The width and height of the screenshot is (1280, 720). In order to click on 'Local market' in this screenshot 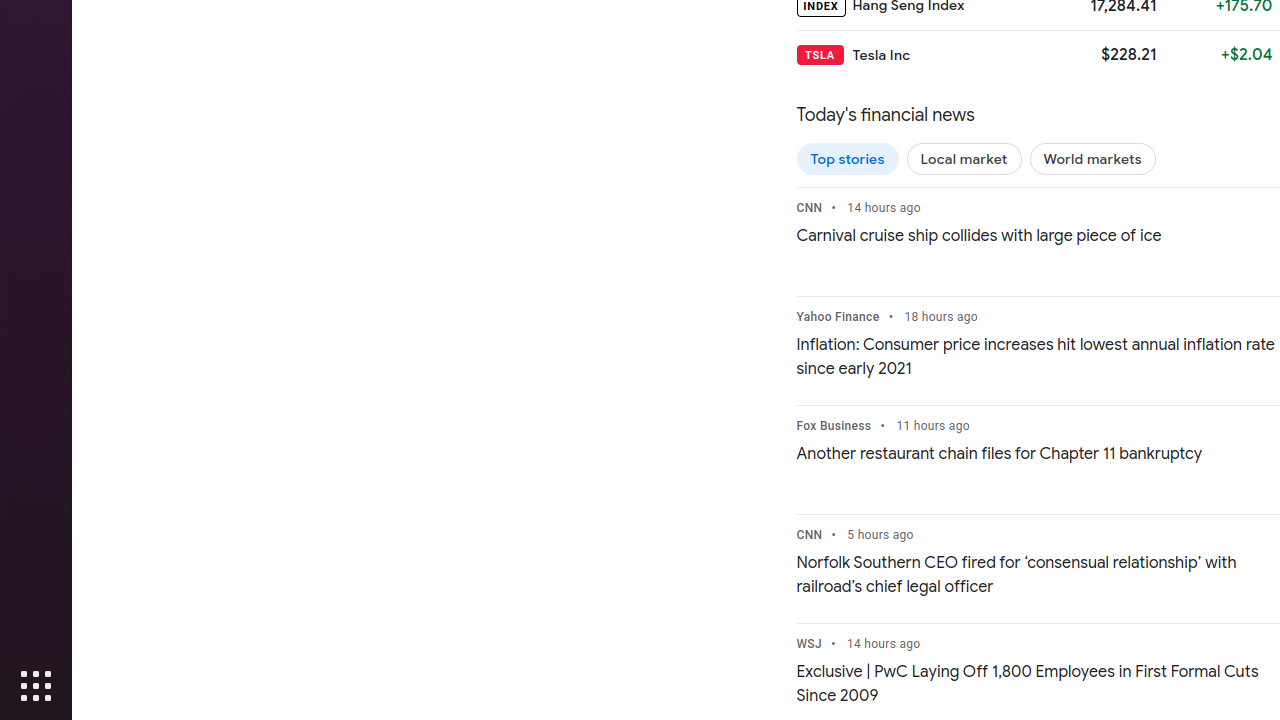, I will do `click(963, 157)`.